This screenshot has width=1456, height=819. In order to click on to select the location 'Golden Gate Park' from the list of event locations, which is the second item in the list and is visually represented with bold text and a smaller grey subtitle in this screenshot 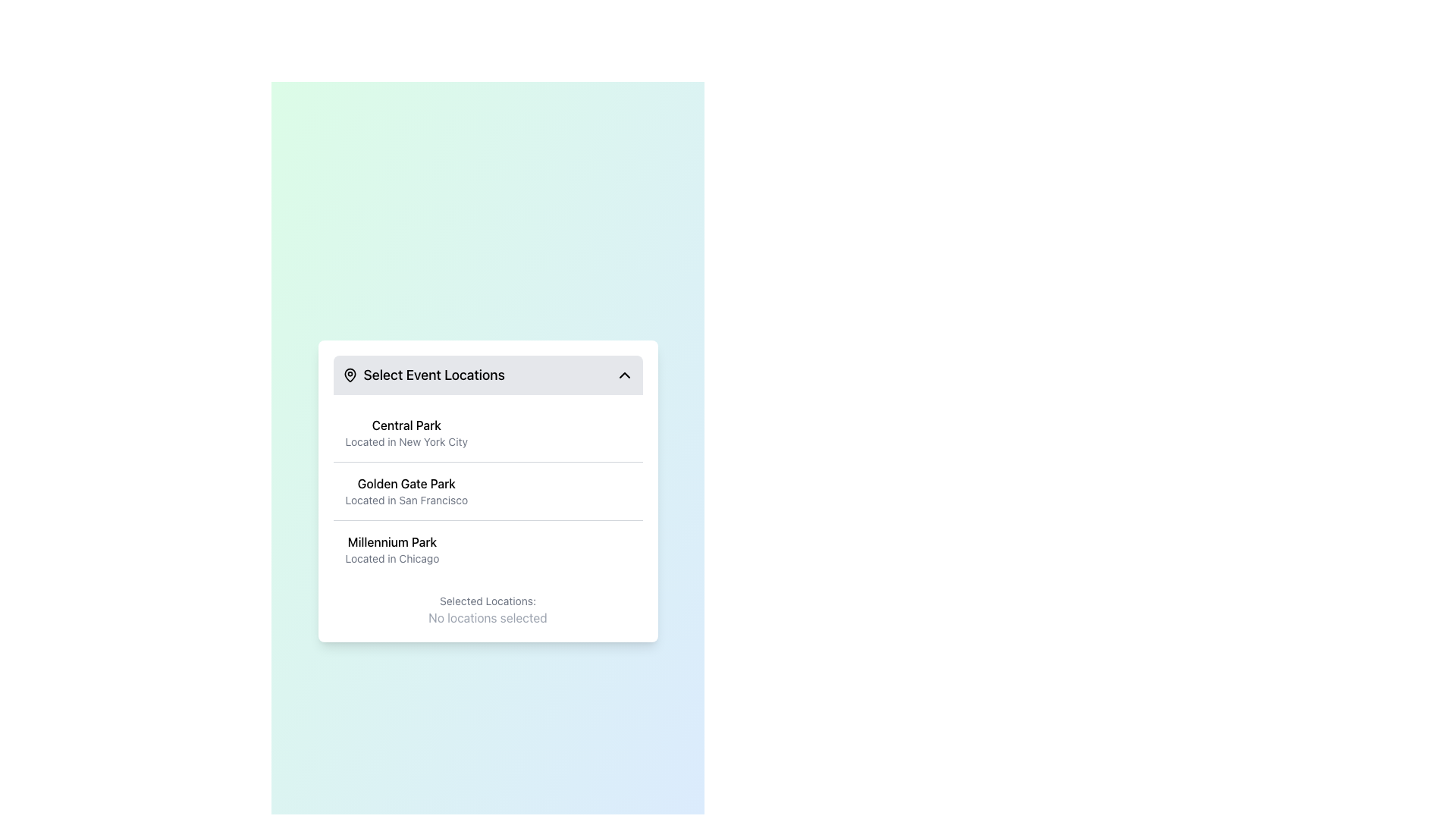, I will do `click(406, 491)`.